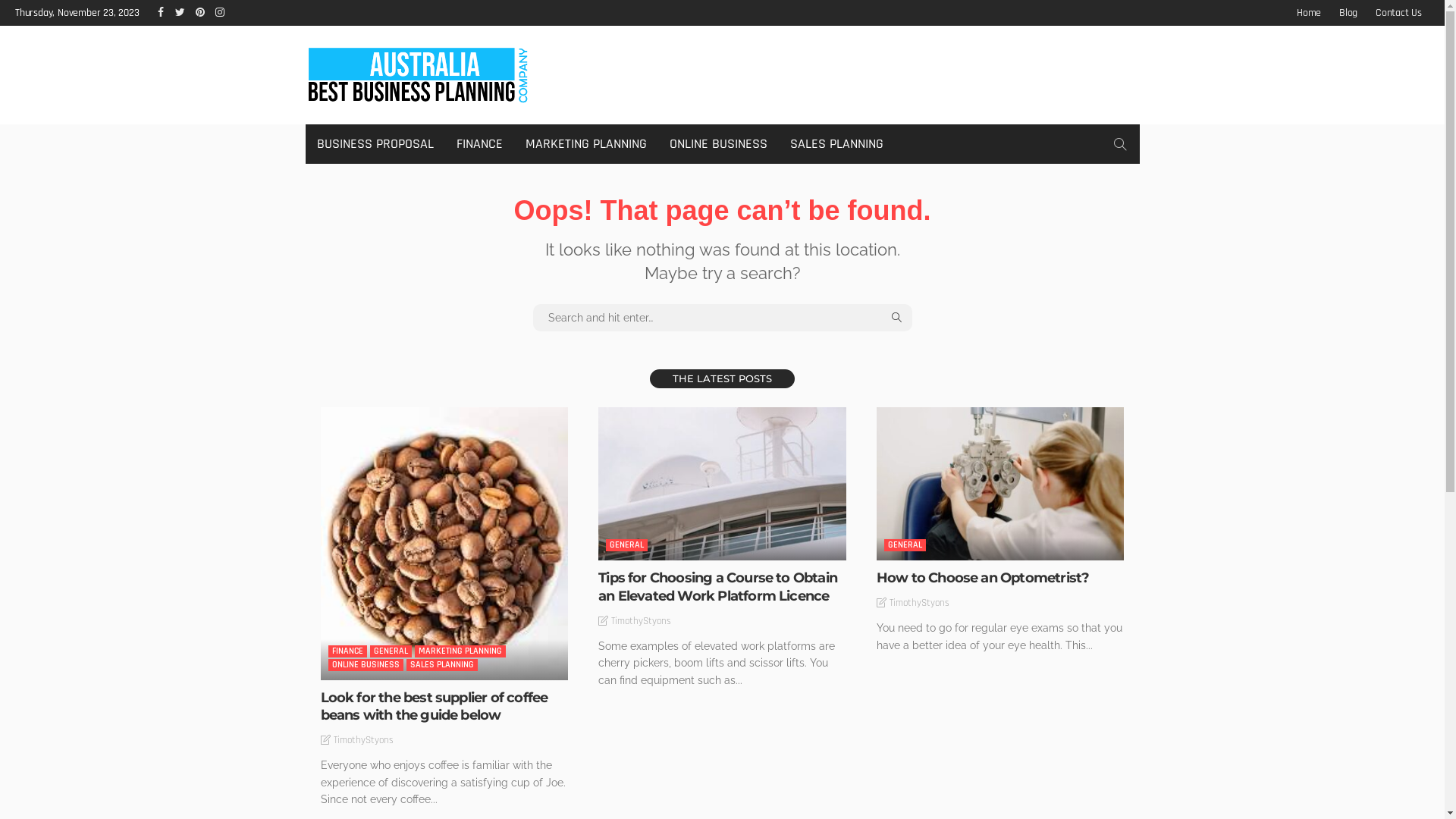 This screenshot has width=1456, height=819. What do you see at coordinates (1119, 143) in the screenshot?
I see `'search'` at bounding box center [1119, 143].